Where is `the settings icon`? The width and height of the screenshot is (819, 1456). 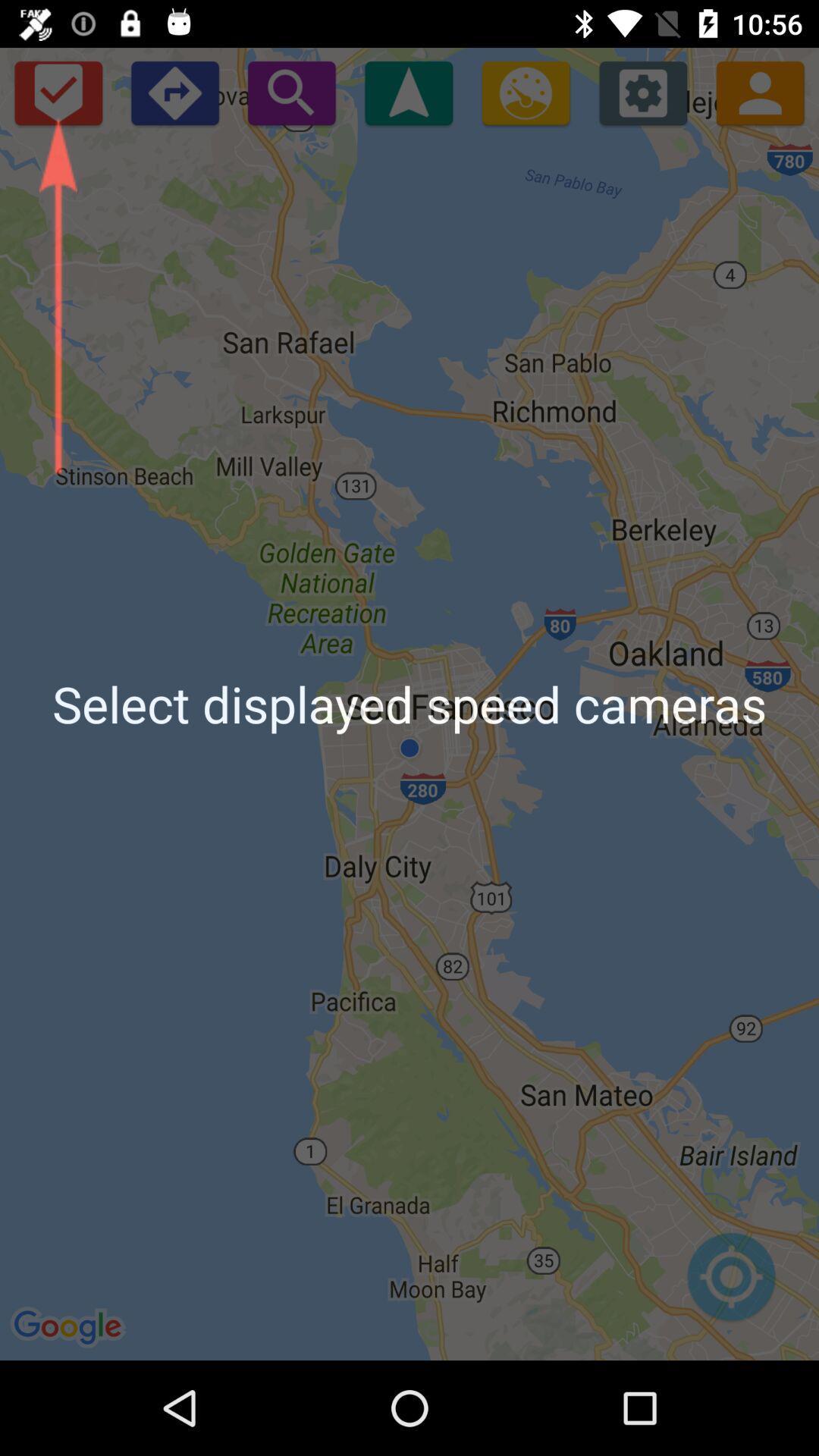
the settings icon is located at coordinates (643, 92).